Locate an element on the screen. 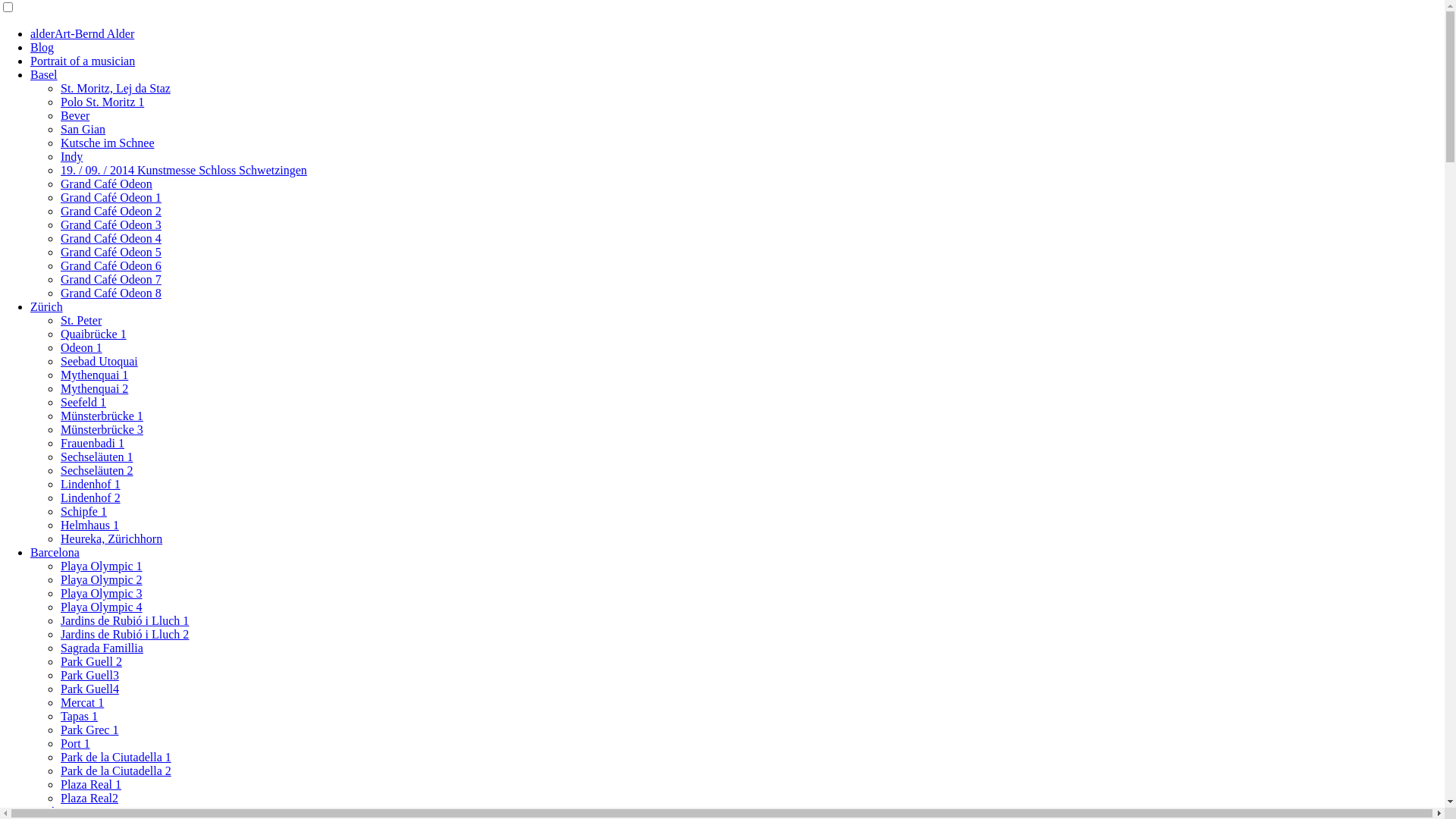 The width and height of the screenshot is (1456, 819). 'Plaza Real2' is located at coordinates (89, 797).